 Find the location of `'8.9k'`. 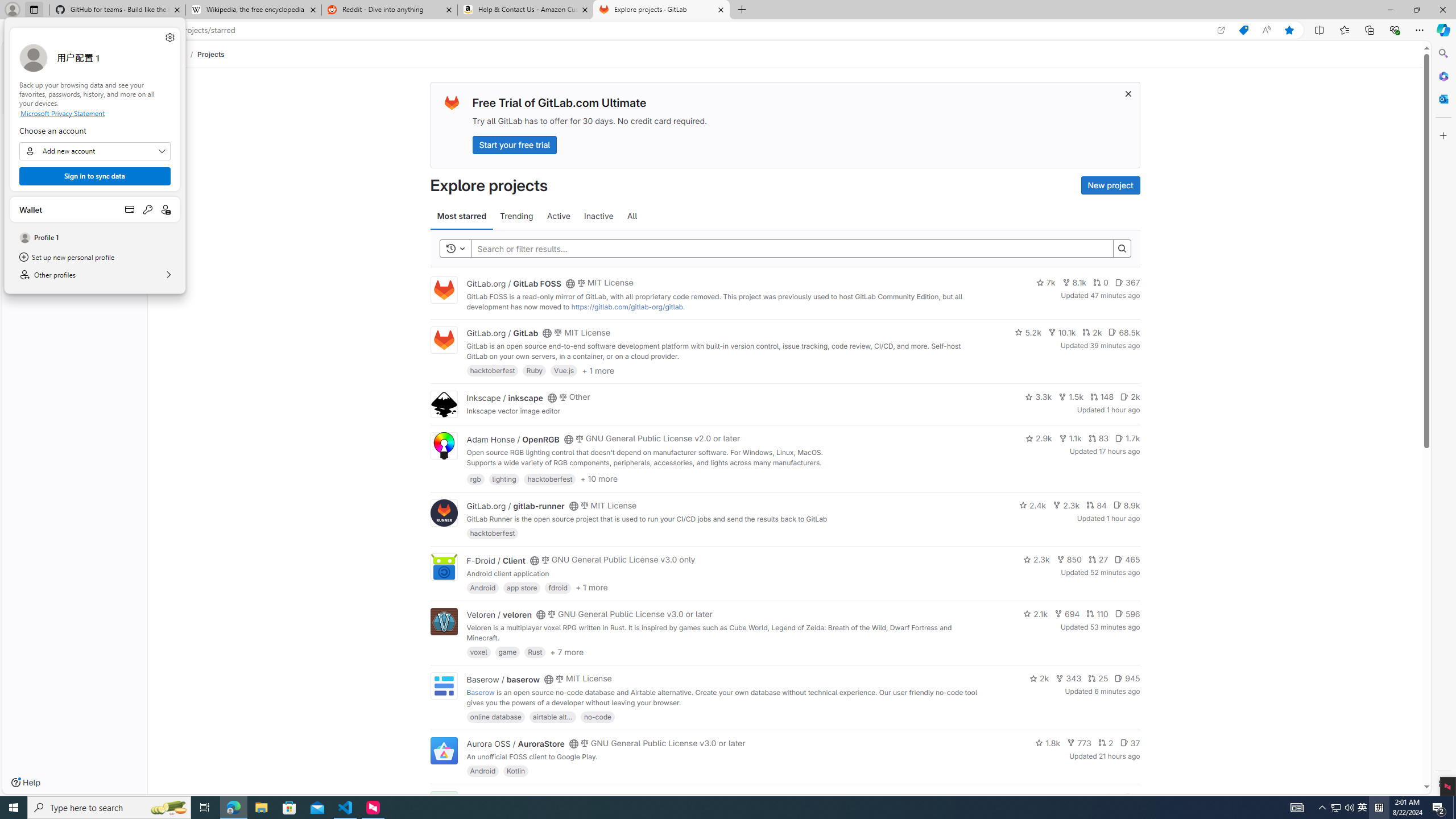

'8.9k' is located at coordinates (1126, 504).